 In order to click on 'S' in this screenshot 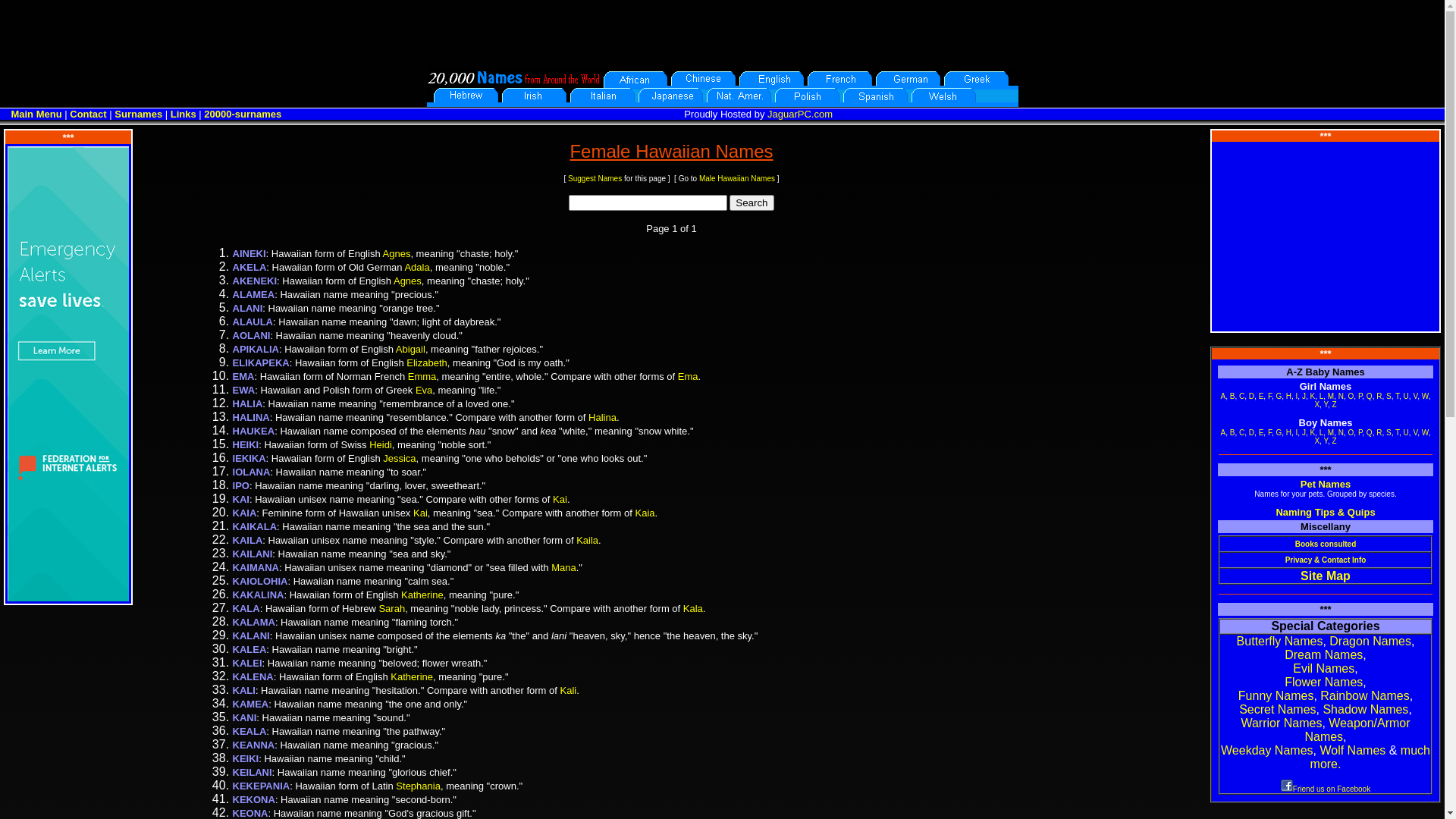, I will do `click(1386, 395)`.